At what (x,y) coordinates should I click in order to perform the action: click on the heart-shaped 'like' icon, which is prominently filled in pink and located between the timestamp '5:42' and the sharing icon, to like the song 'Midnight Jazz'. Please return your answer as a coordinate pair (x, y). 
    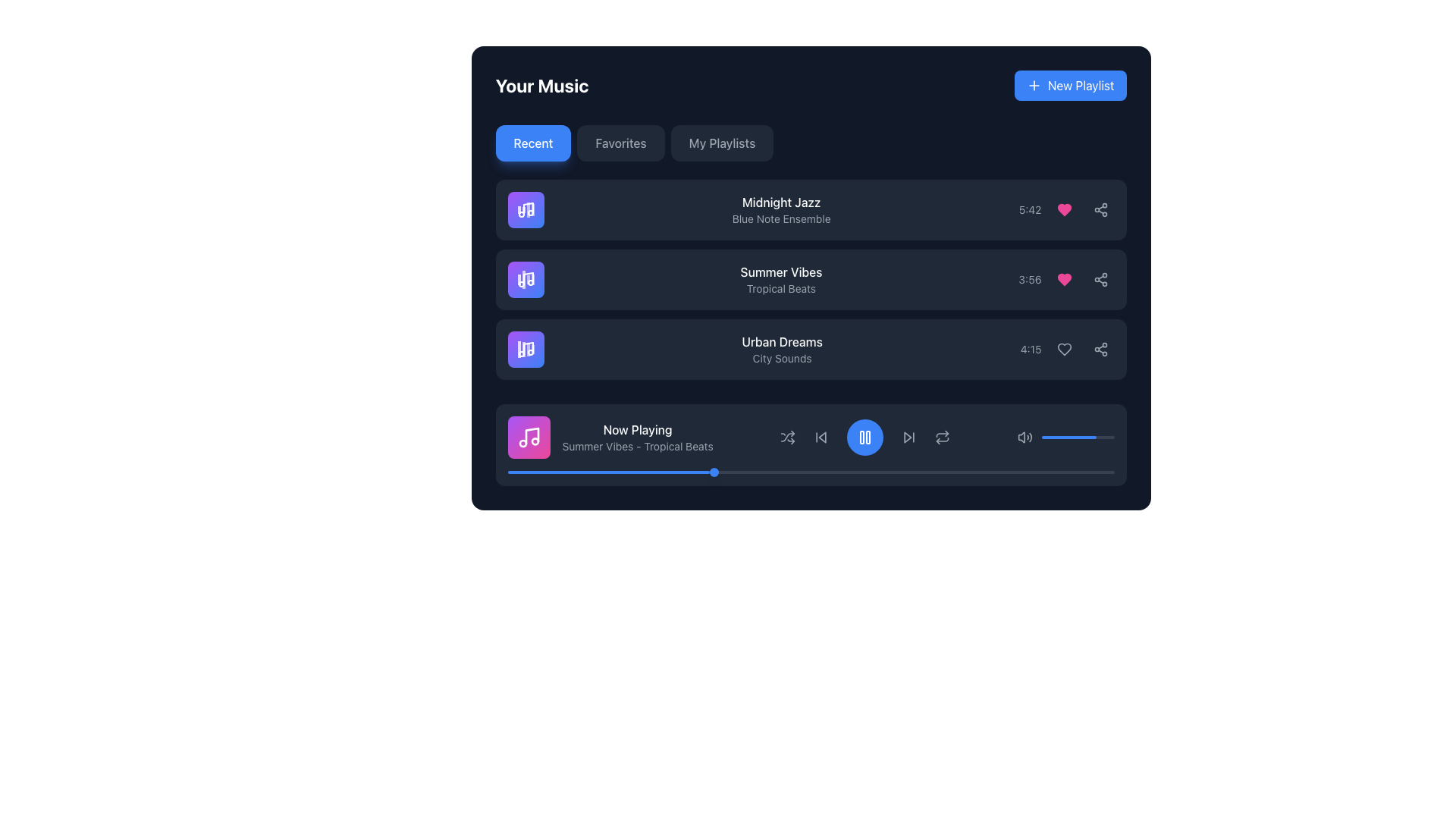
    Looking at the image, I should click on (1065, 210).